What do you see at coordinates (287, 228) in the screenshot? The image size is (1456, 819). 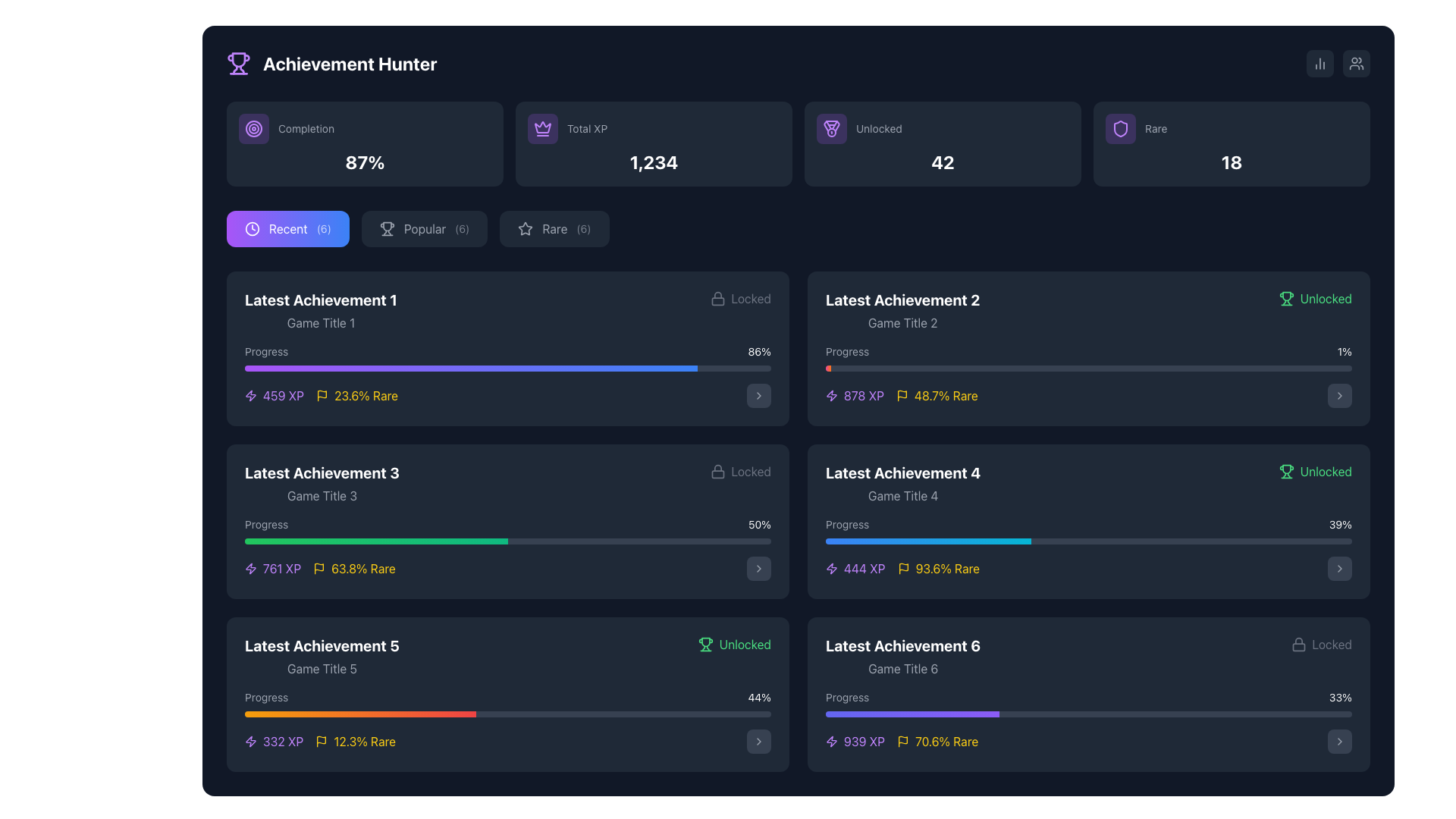 I see `the 'Recent' button with a clock icon on the left and a small '6' in parentheses on the right to filter content` at bounding box center [287, 228].